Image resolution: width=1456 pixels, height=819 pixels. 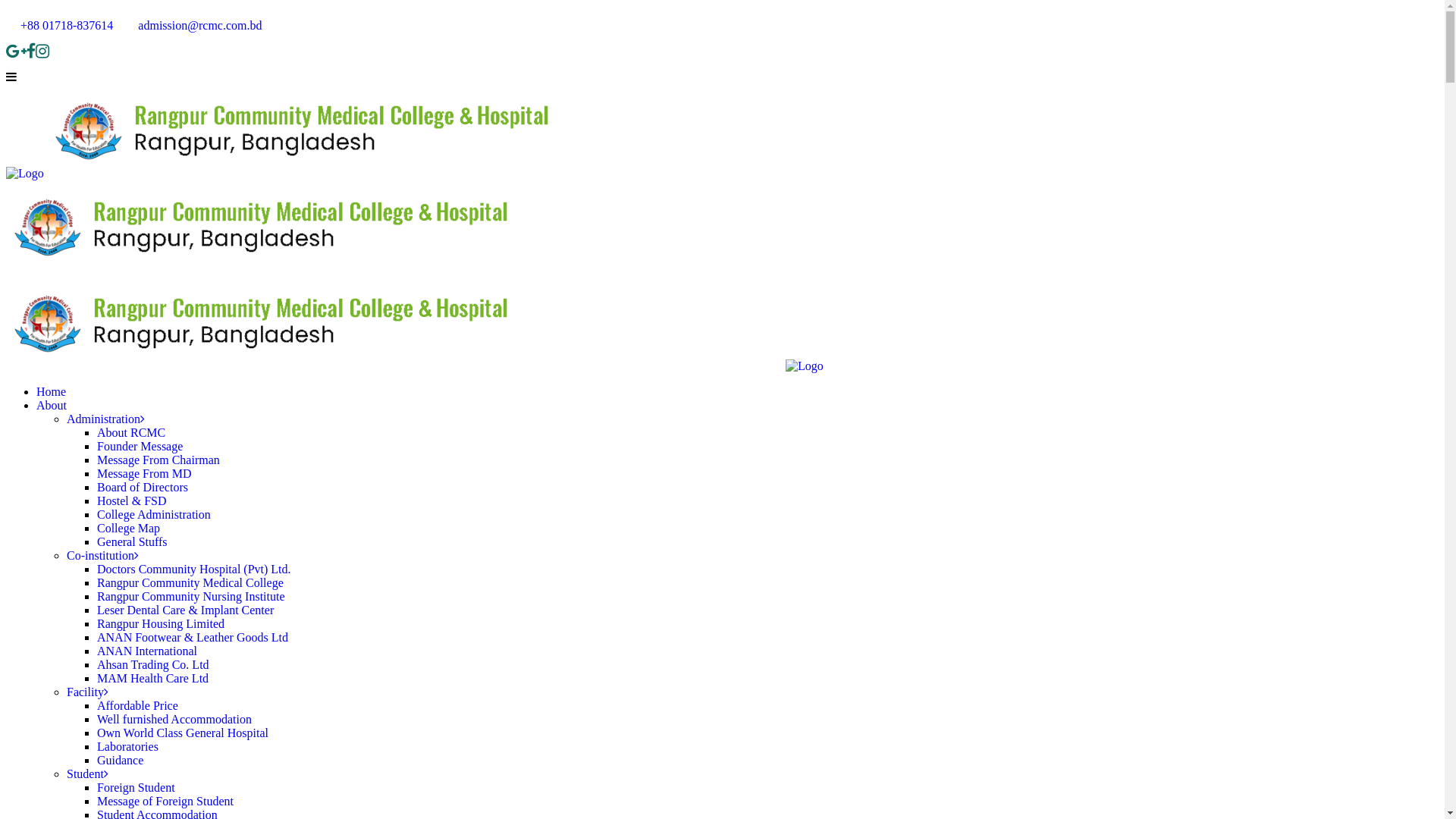 What do you see at coordinates (86, 773) in the screenshot?
I see `'Student'` at bounding box center [86, 773].